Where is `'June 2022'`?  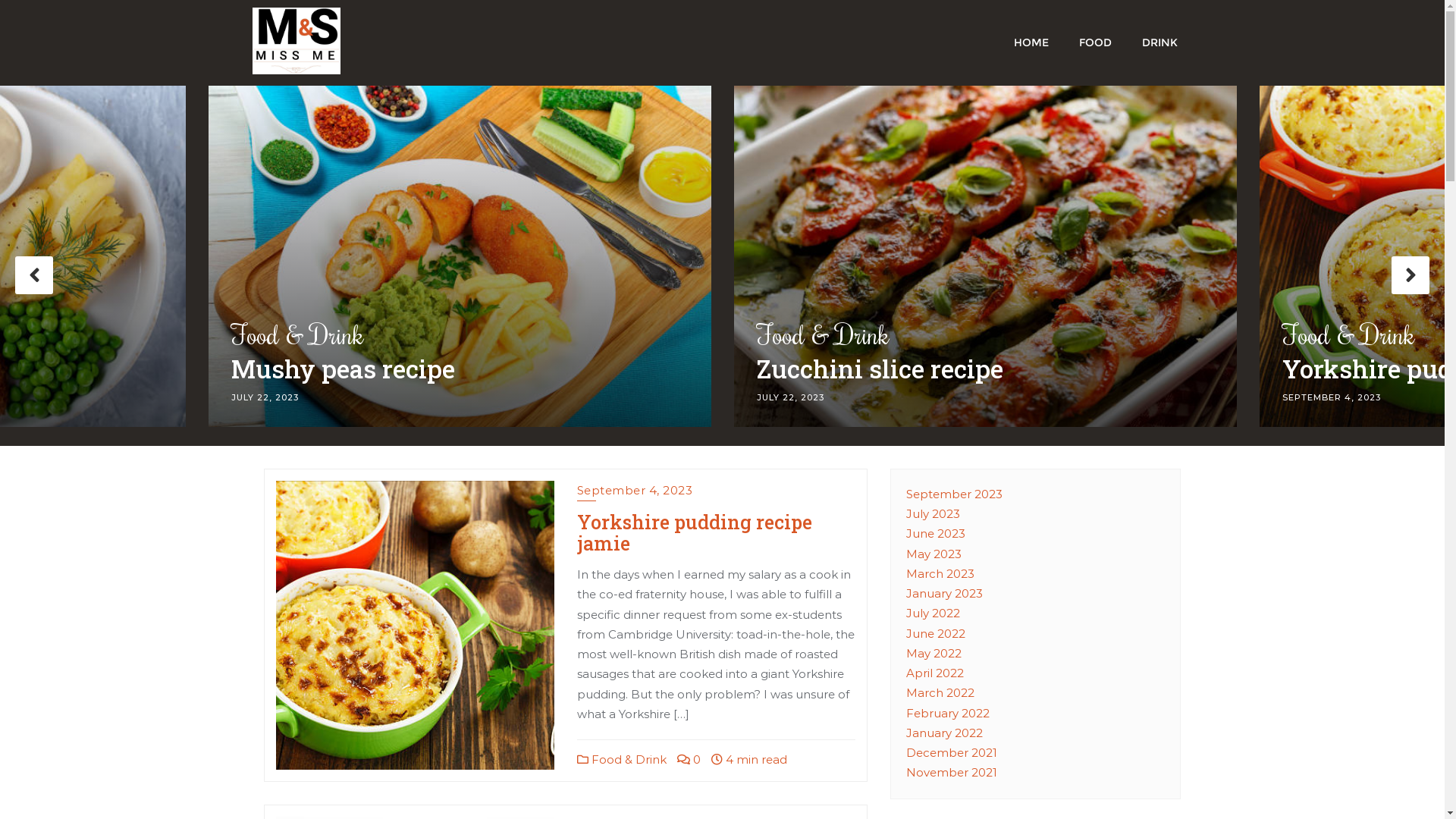 'June 2022' is located at coordinates (934, 633).